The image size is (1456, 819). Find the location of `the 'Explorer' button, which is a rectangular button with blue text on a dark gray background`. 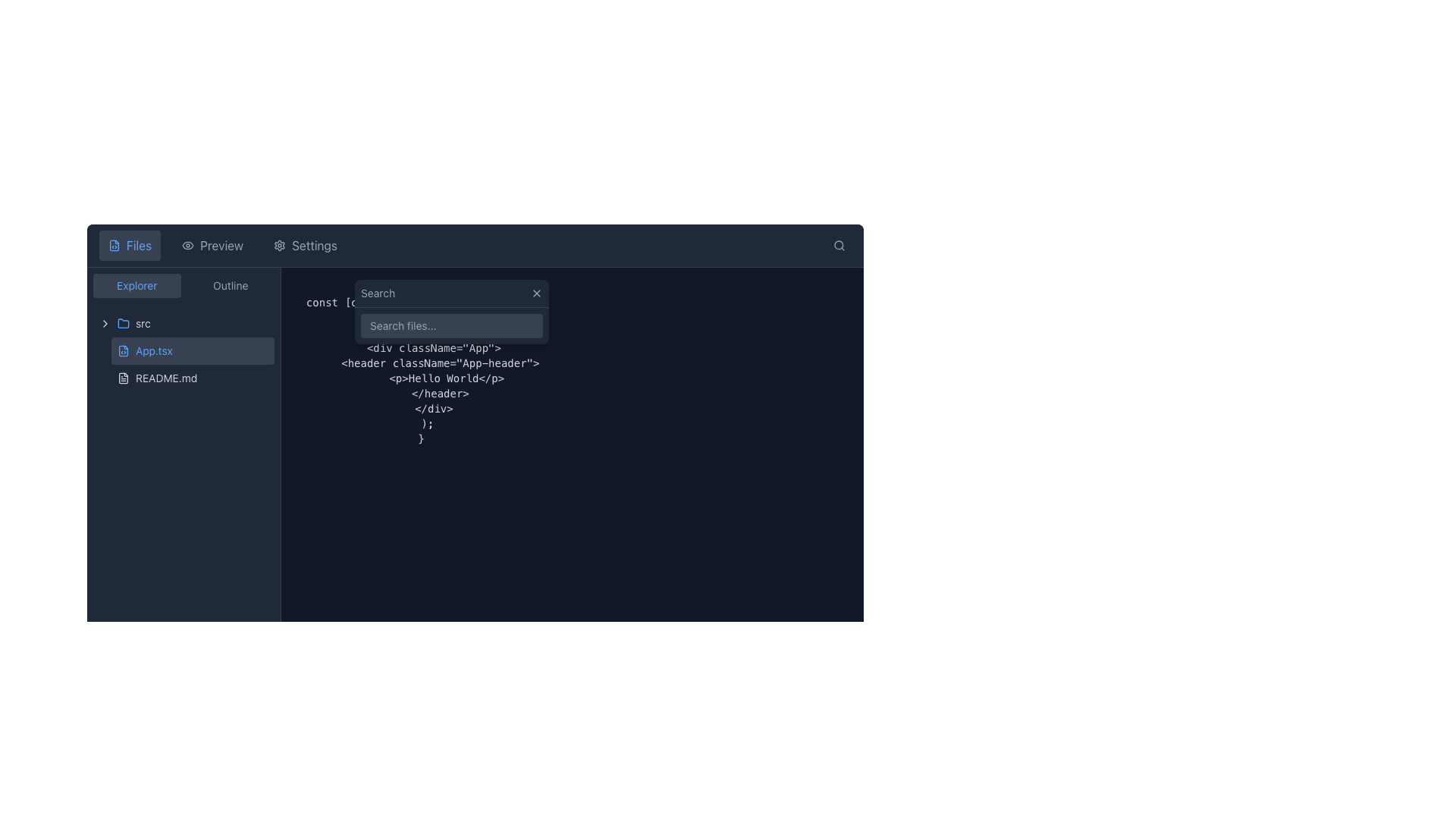

the 'Explorer' button, which is a rectangular button with blue text on a dark gray background is located at coordinates (136, 286).